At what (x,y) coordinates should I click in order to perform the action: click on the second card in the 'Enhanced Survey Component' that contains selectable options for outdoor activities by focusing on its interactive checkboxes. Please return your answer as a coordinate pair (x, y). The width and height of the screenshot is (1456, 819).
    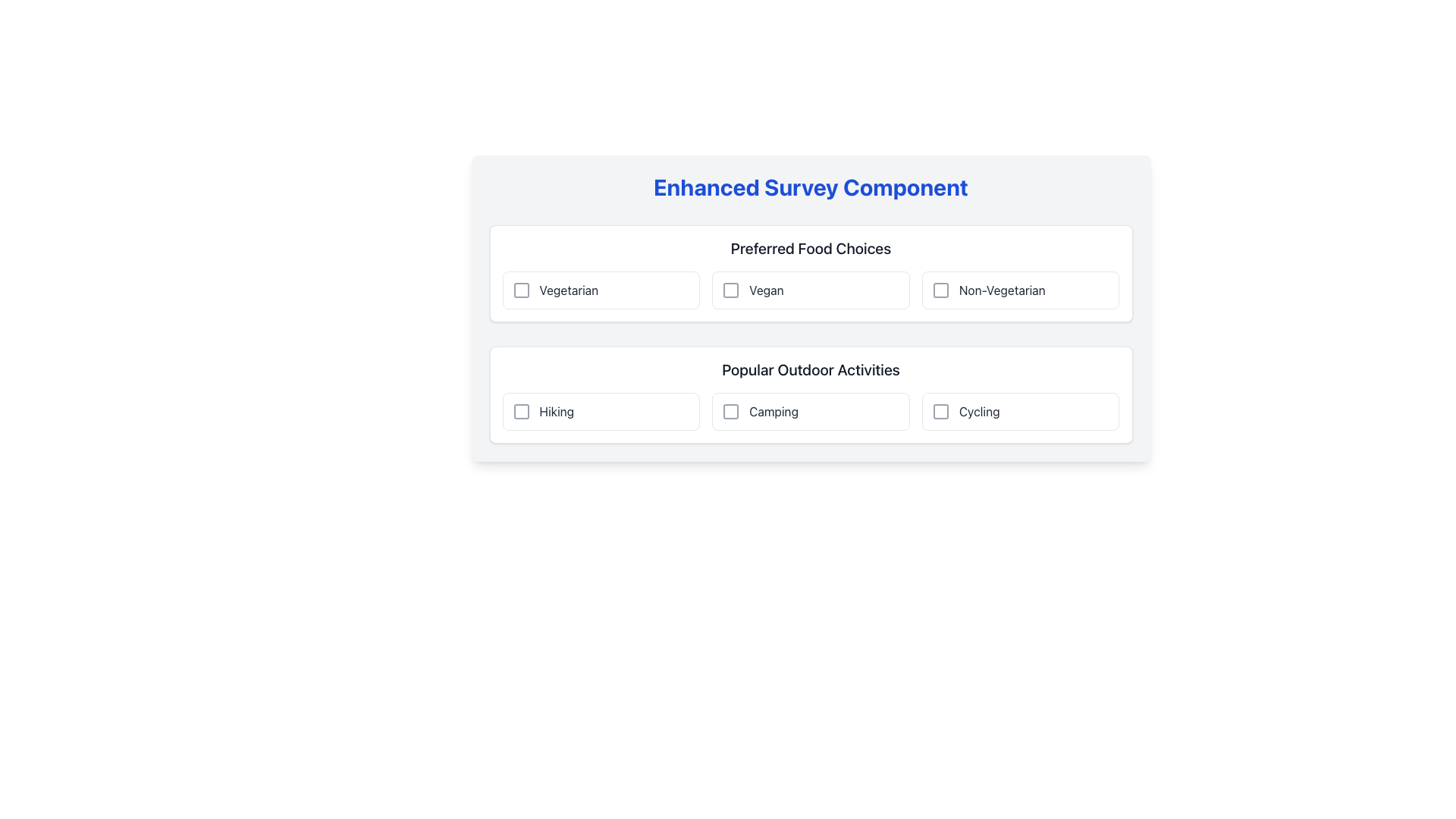
    Looking at the image, I should click on (810, 394).